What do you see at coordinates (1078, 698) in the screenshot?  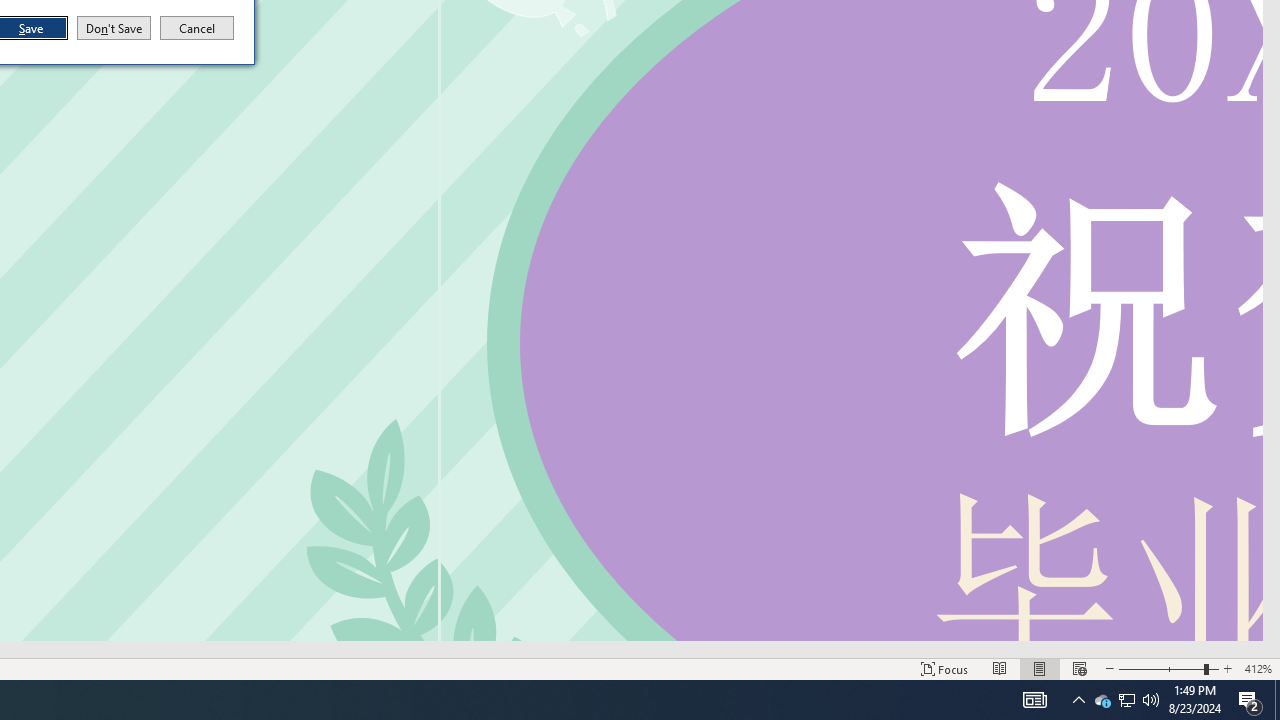 I see `'Notification Chevron'` at bounding box center [1078, 698].